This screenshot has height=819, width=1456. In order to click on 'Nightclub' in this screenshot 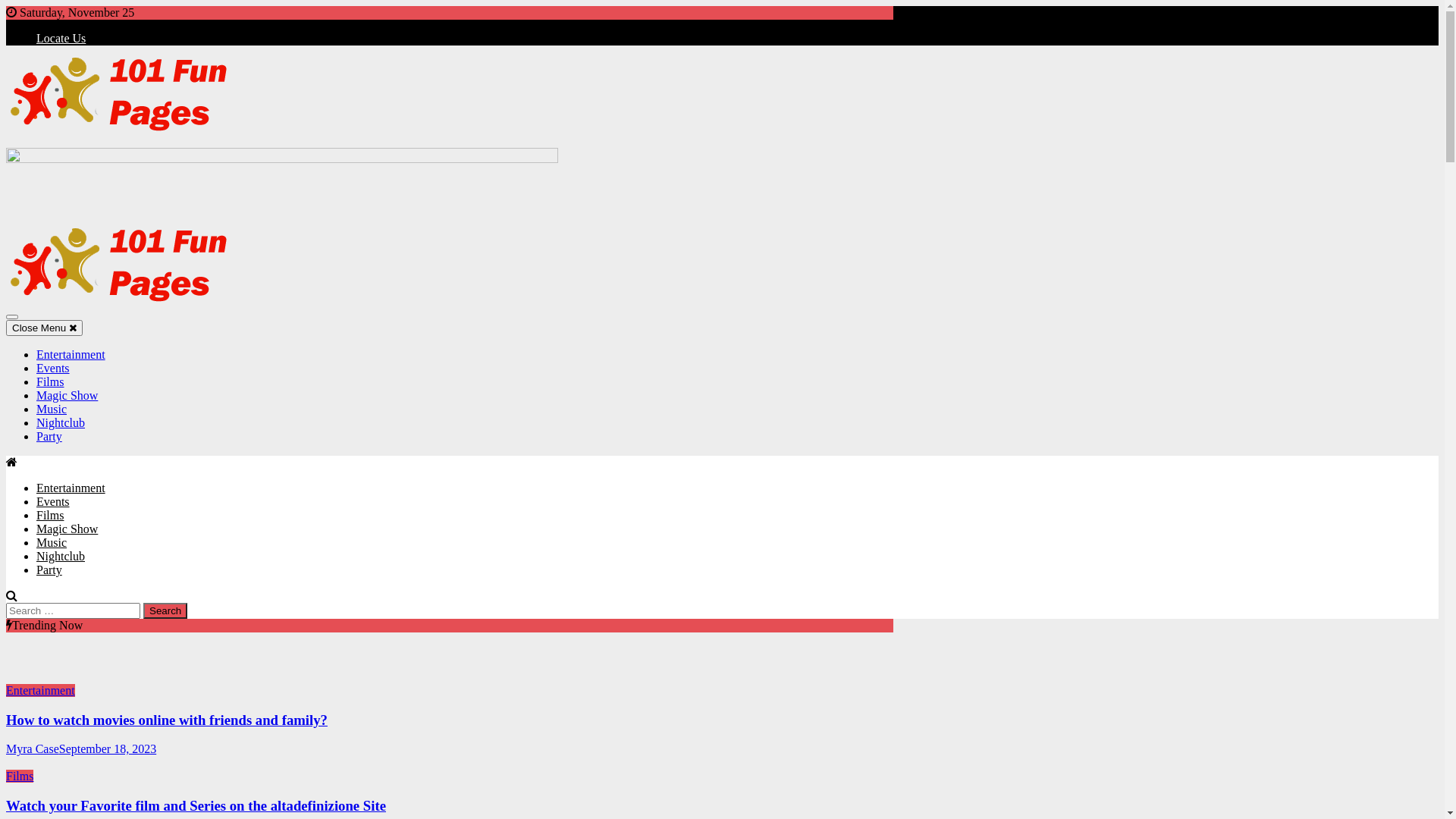, I will do `click(61, 422)`.